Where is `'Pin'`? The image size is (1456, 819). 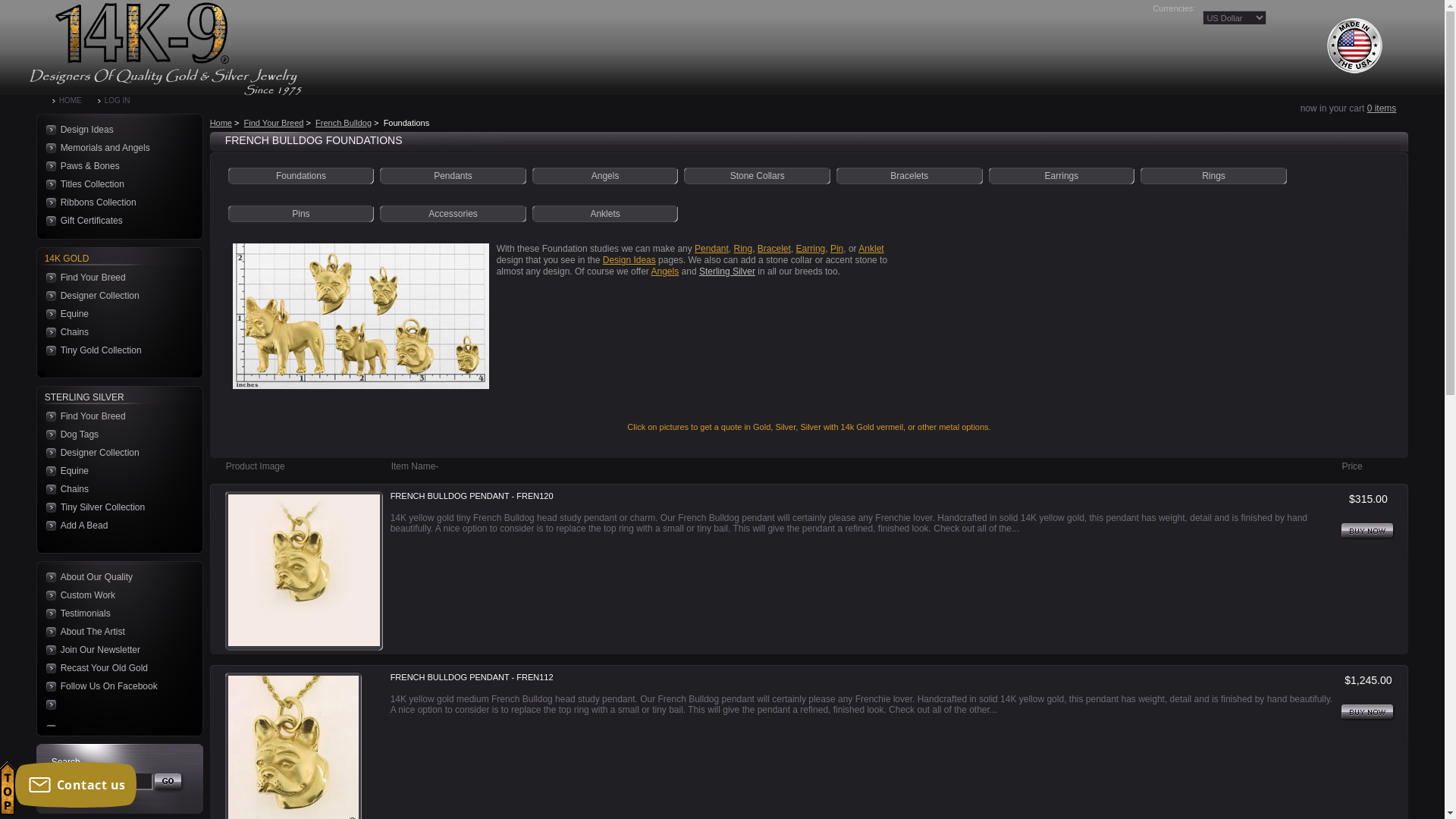
'Pin' is located at coordinates (836, 247).